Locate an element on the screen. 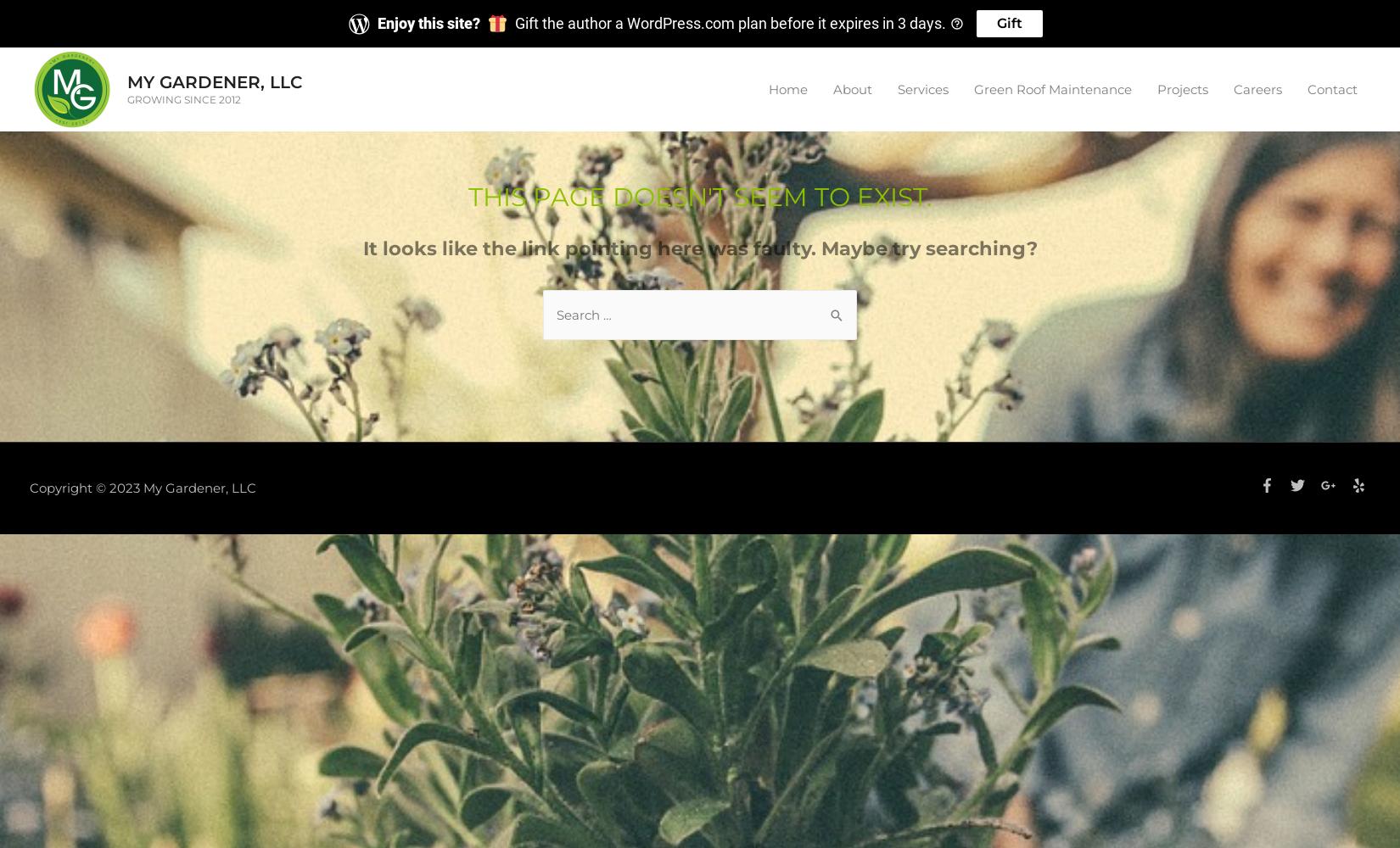 Image resolution: width=1400 pixels, height=848 pixels. 'Services' is located at coordinates (923, 87).